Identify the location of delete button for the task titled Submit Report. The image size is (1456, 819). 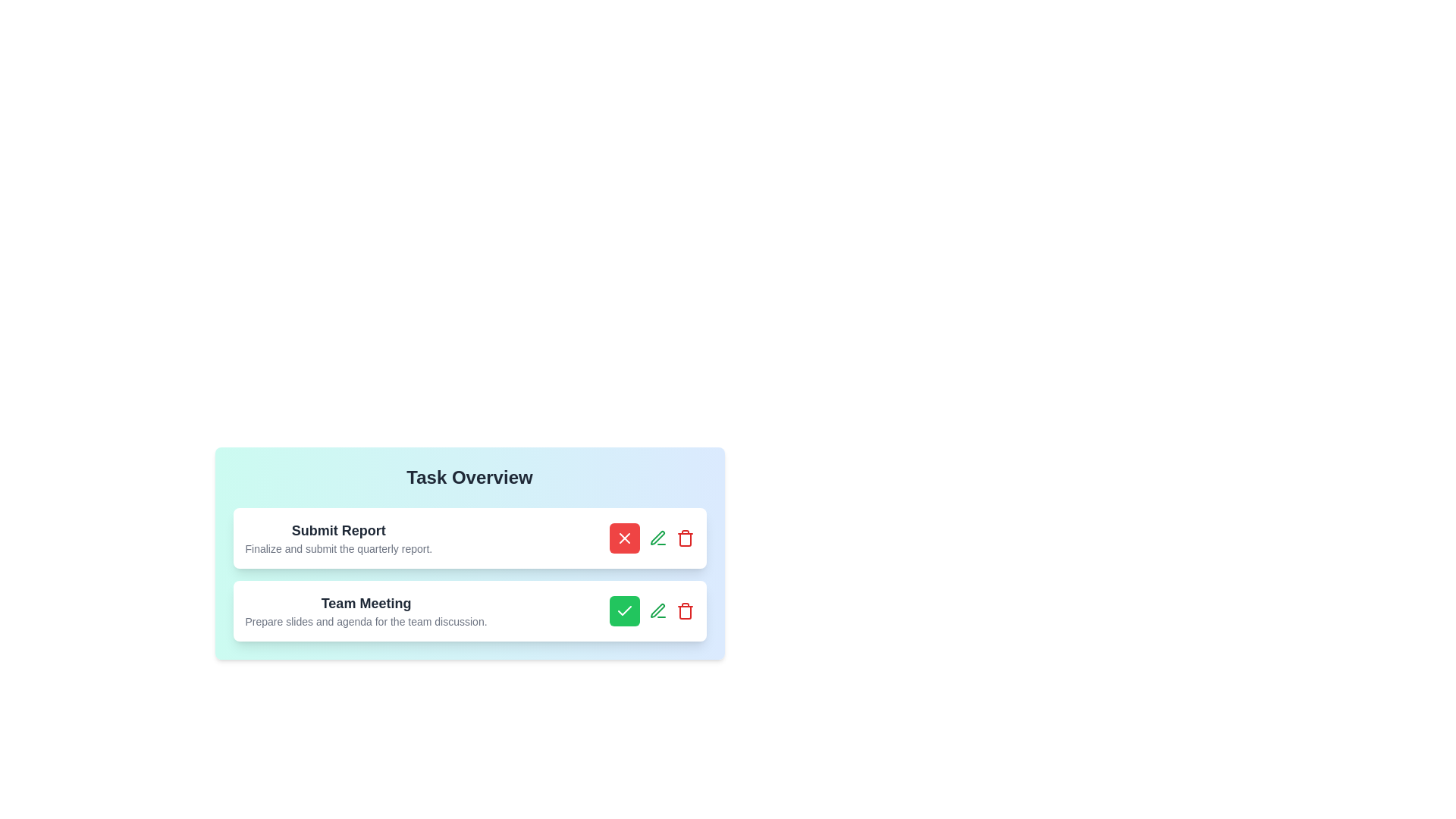
(684, 537).